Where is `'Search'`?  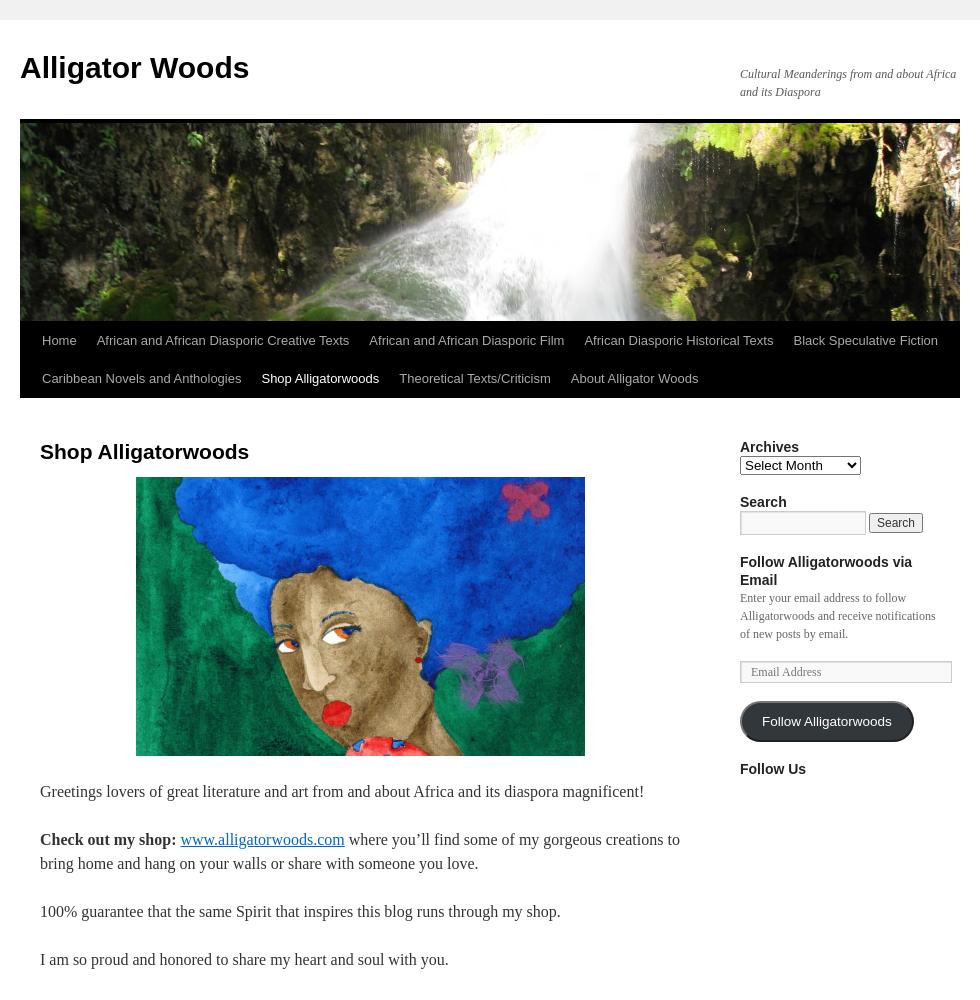
'Search' is located at coordinates (763, 502).